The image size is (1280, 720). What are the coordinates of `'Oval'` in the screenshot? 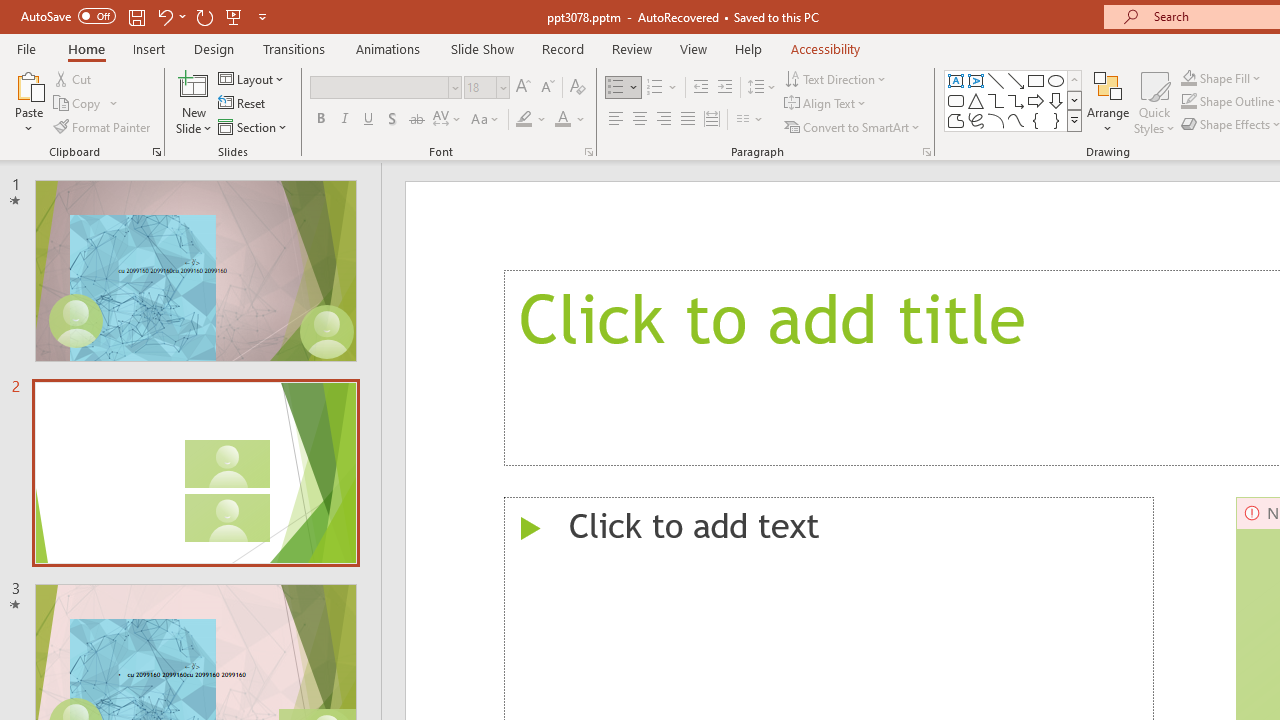 It's located at (1055, 80).